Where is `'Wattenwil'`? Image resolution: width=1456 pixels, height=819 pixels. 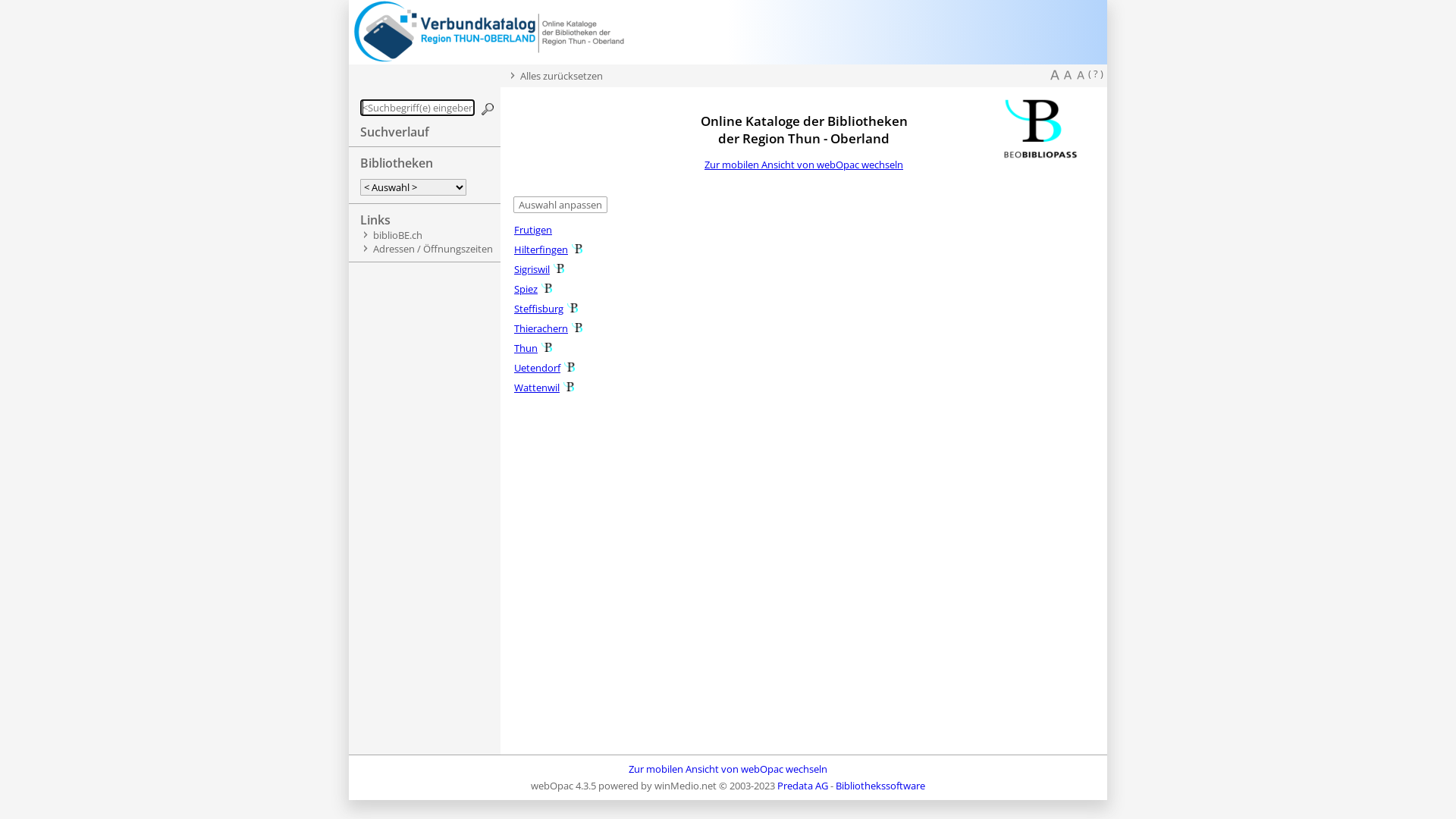
'Wattenwil' is located at coordinates (513, 386).